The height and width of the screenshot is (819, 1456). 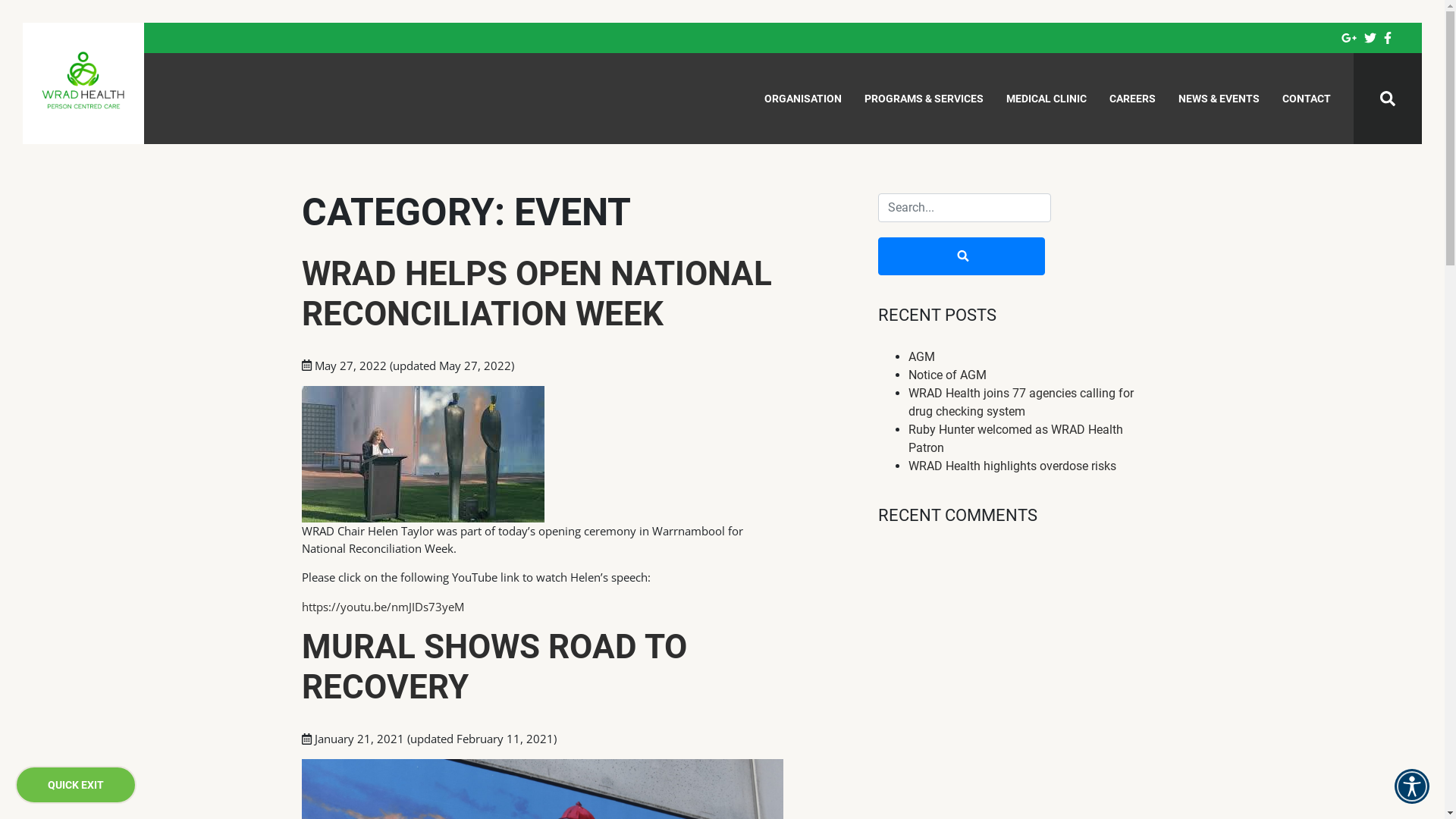 I want to click on 'PROGRAMS & SERVICES', so click(x=923, y=99).